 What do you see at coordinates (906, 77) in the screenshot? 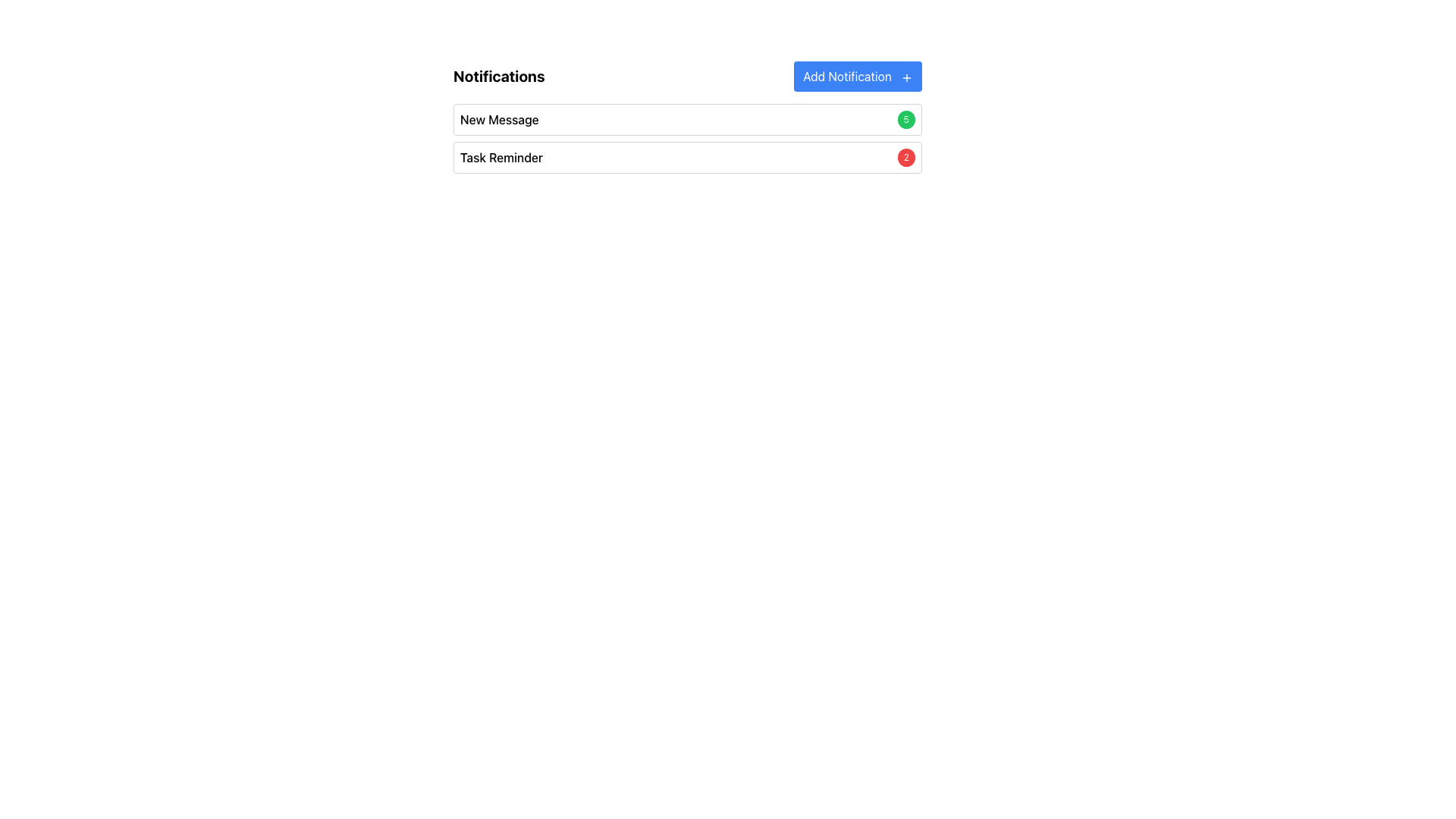
I see `the '+' icon associated with the 'Add Notification' button located in the top-right section of the main interface` at bounding box center [906, 77].